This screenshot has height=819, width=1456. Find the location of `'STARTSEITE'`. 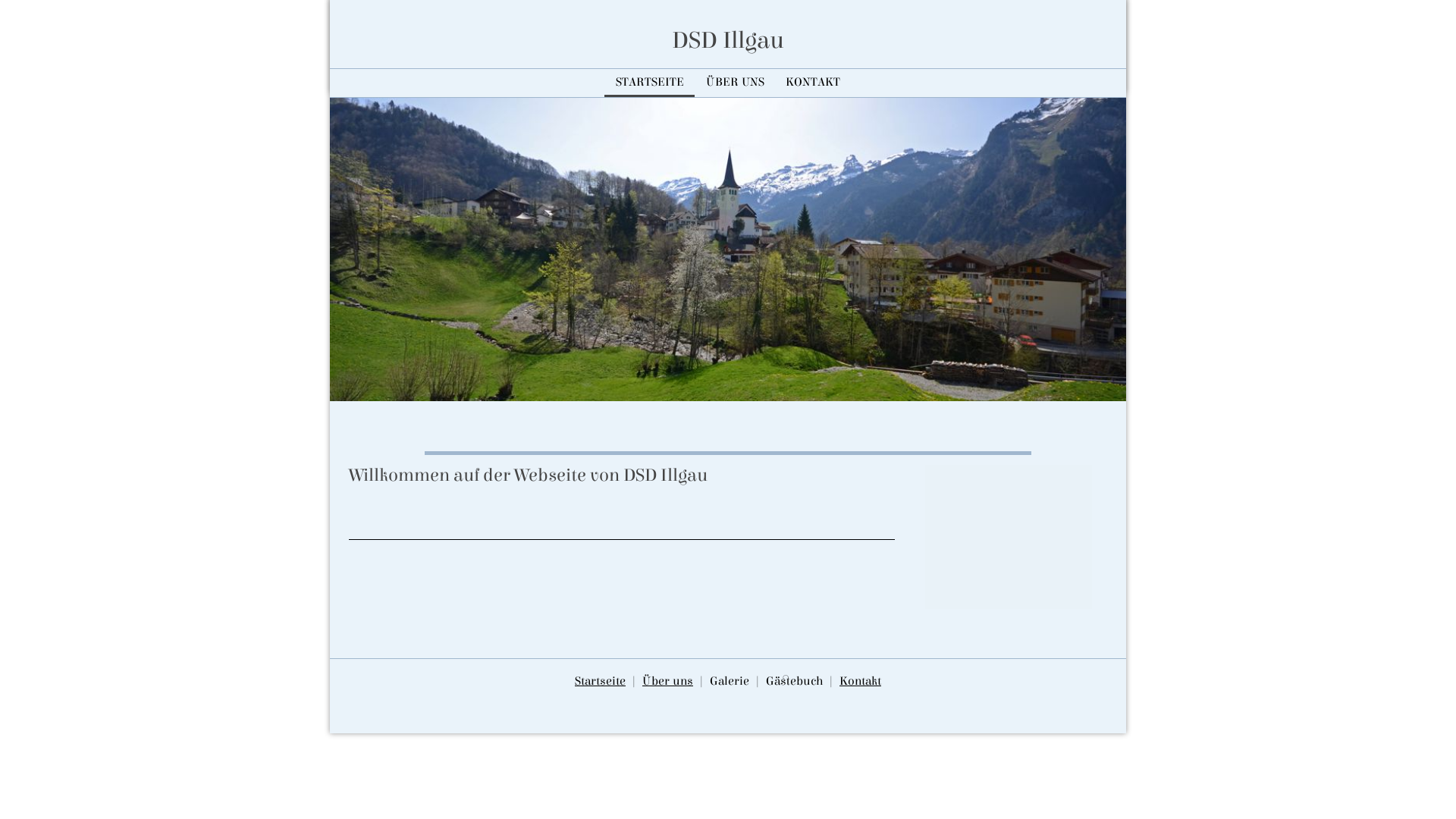

'STARTSEITE' is located at coordinates (649, 82).